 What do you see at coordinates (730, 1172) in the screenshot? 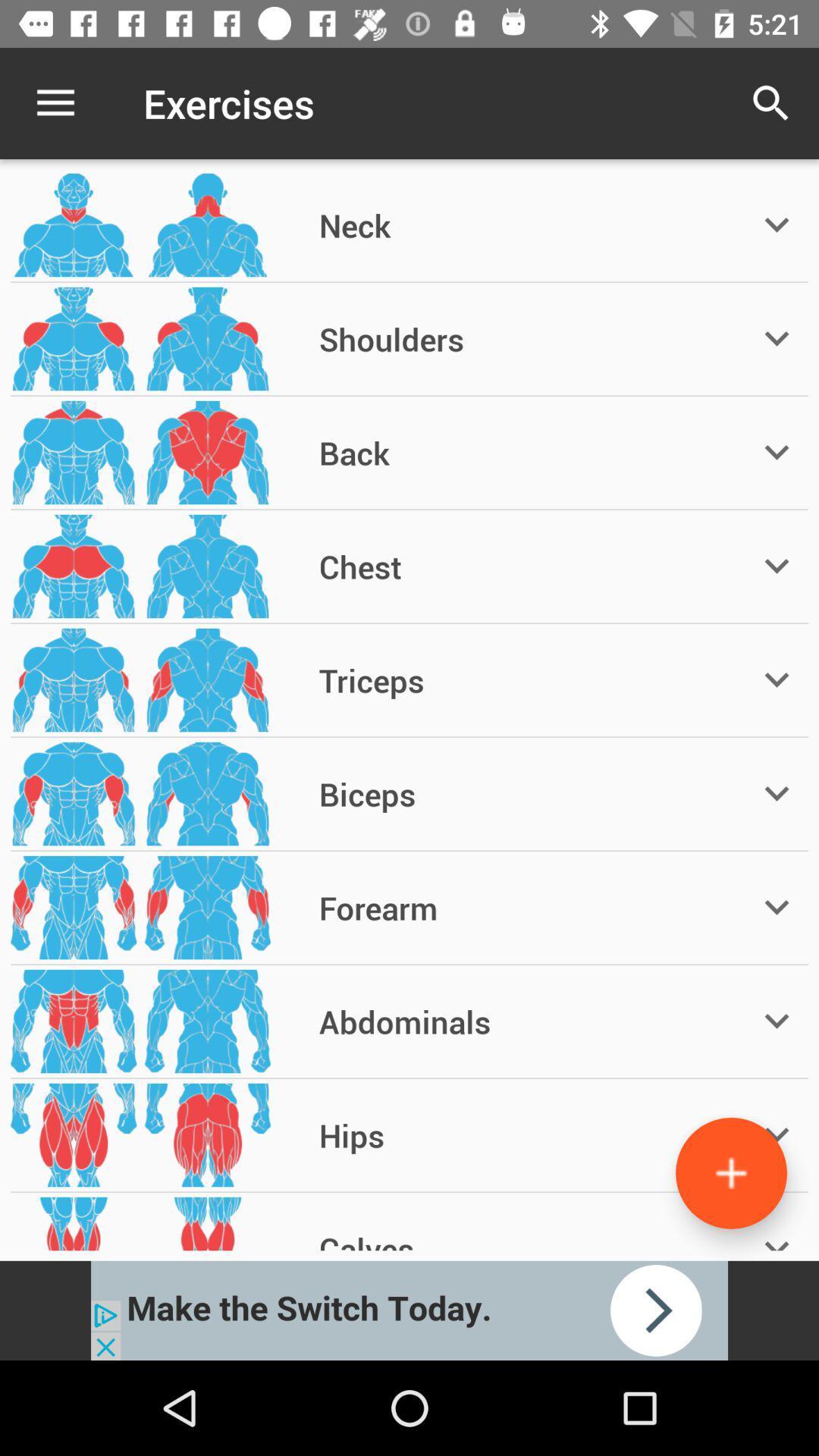
I see `the add icon` at bounding box center [730, 1172].